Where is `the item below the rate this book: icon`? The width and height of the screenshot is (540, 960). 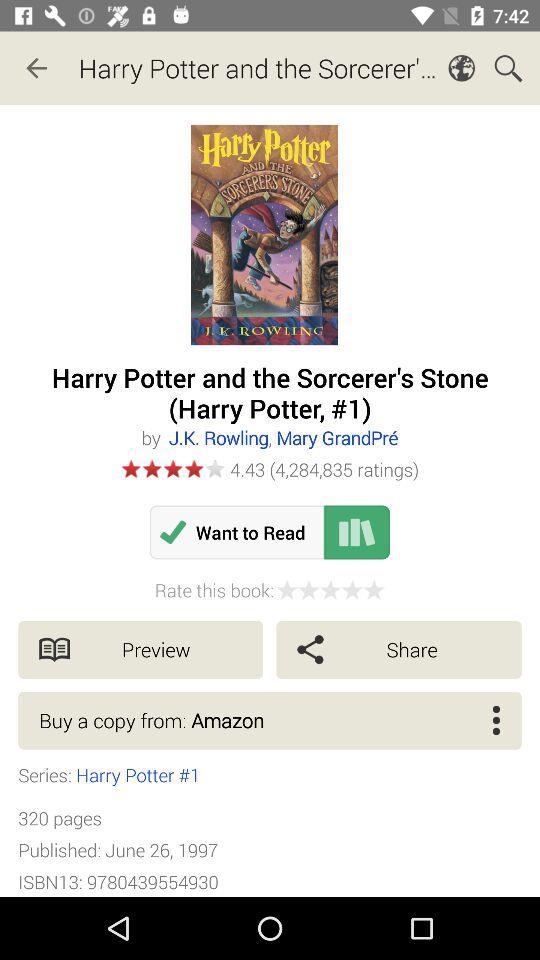
the item below the rate this book: icon is located at coordinates (139, 648).